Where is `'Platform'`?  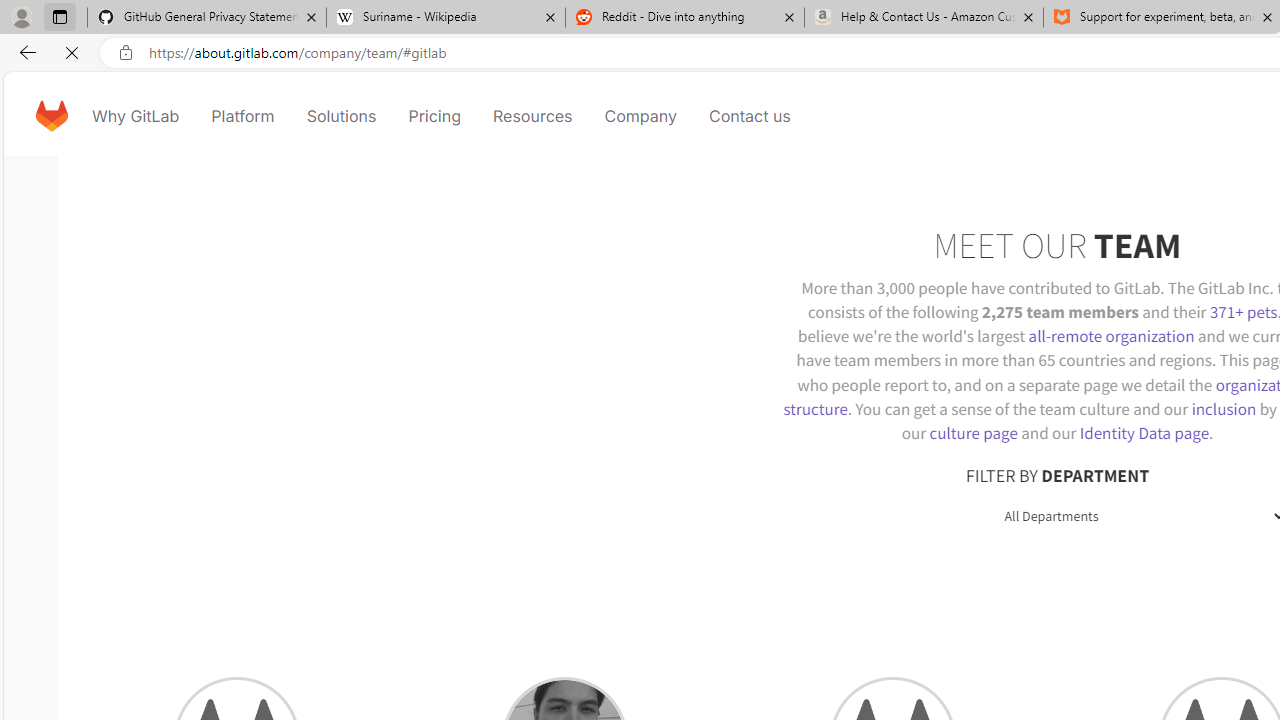
'Platform' is located at coordinates (242, 115).